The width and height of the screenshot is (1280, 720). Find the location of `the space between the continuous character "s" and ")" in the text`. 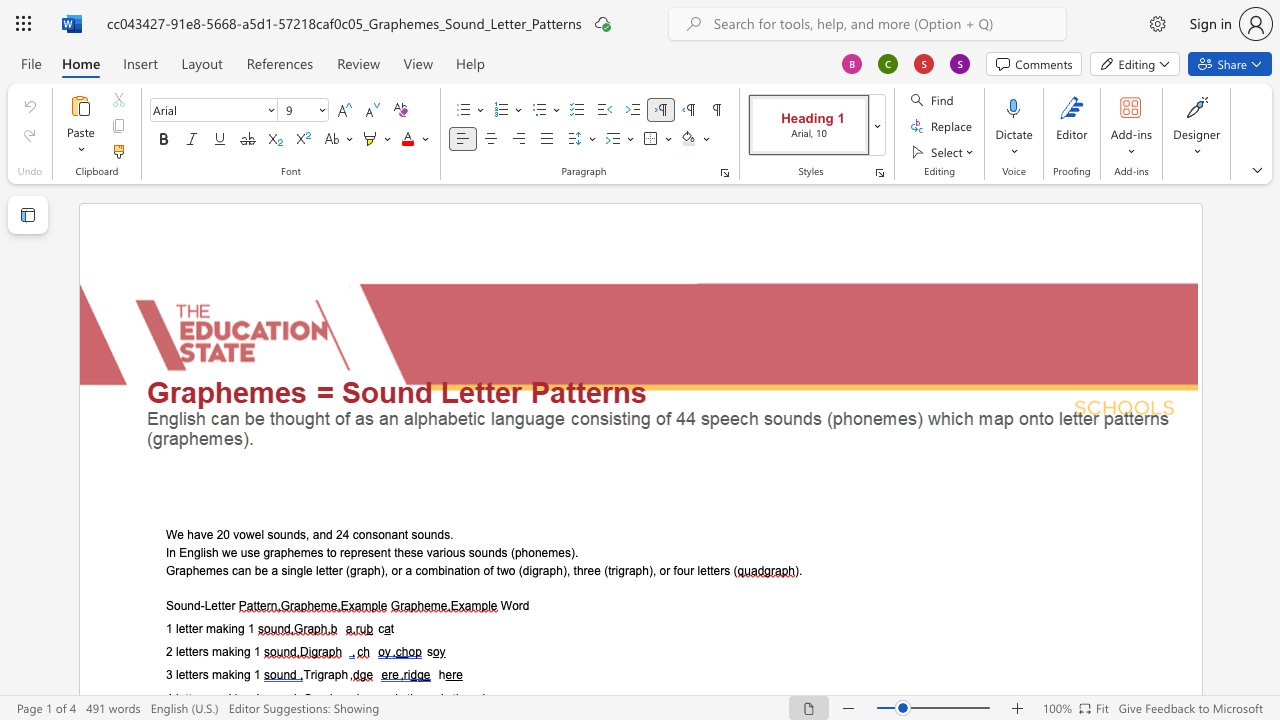

the space between the continuous character "s" and ")" in the text is located at coordinates (569, 552).